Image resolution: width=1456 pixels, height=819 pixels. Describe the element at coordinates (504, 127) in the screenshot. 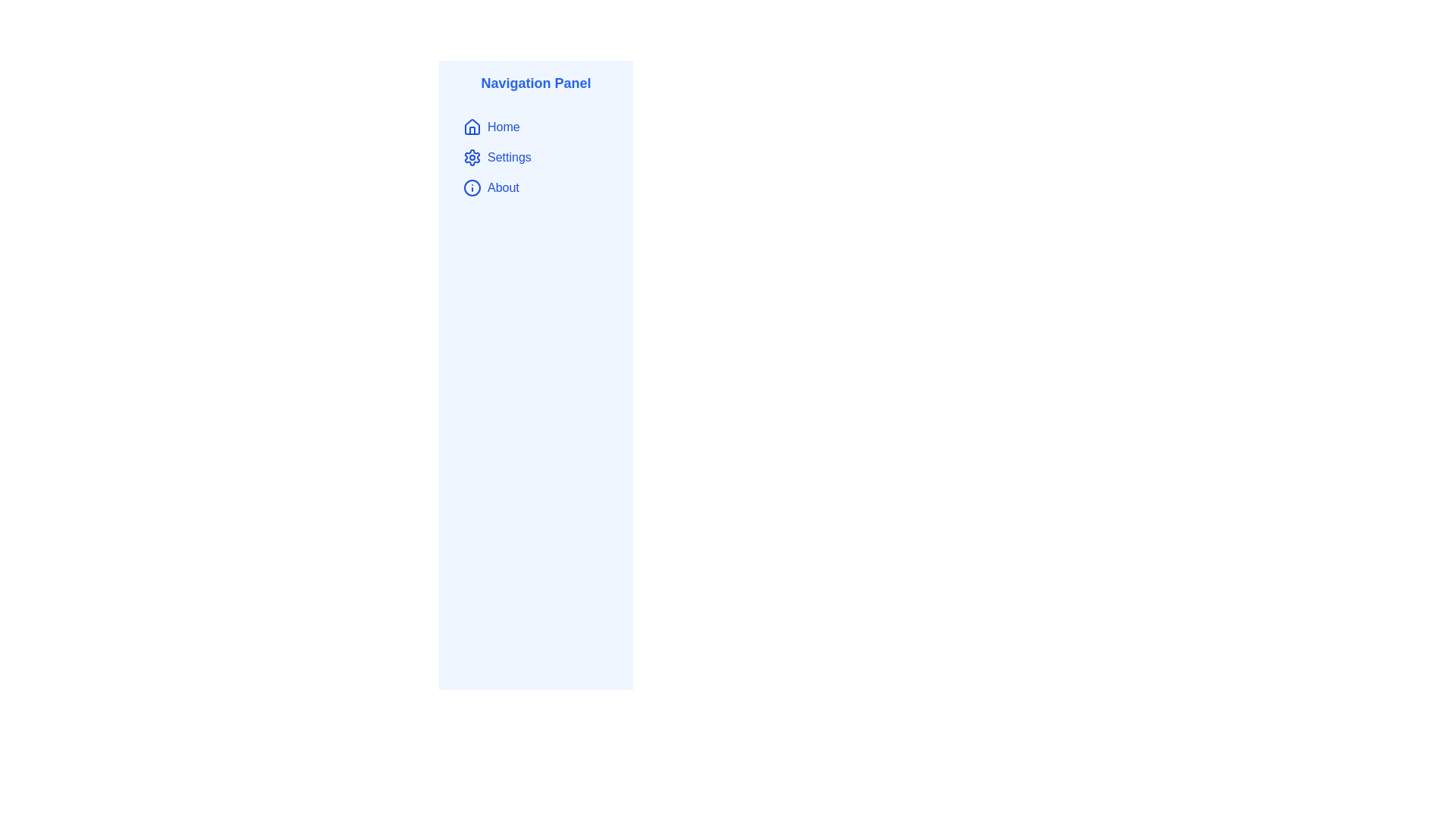

I see `the 'Home' text label in blue font located in the navigation menu, situated to the right of the house icon` at that location.